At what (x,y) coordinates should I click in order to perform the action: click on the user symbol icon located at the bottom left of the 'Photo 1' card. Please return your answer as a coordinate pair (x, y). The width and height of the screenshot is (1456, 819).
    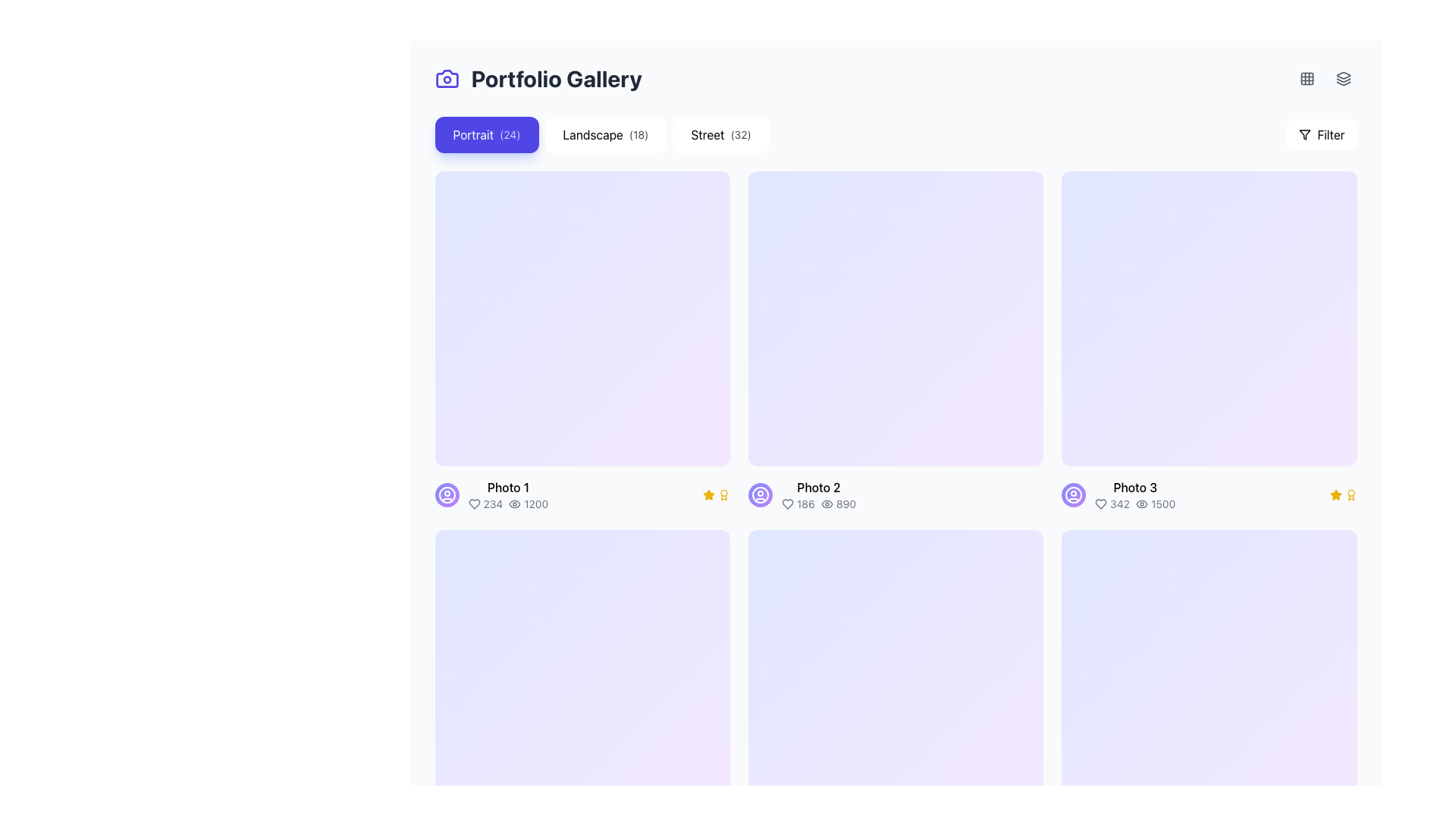
    Looking at the image, I should click on (760, 495).